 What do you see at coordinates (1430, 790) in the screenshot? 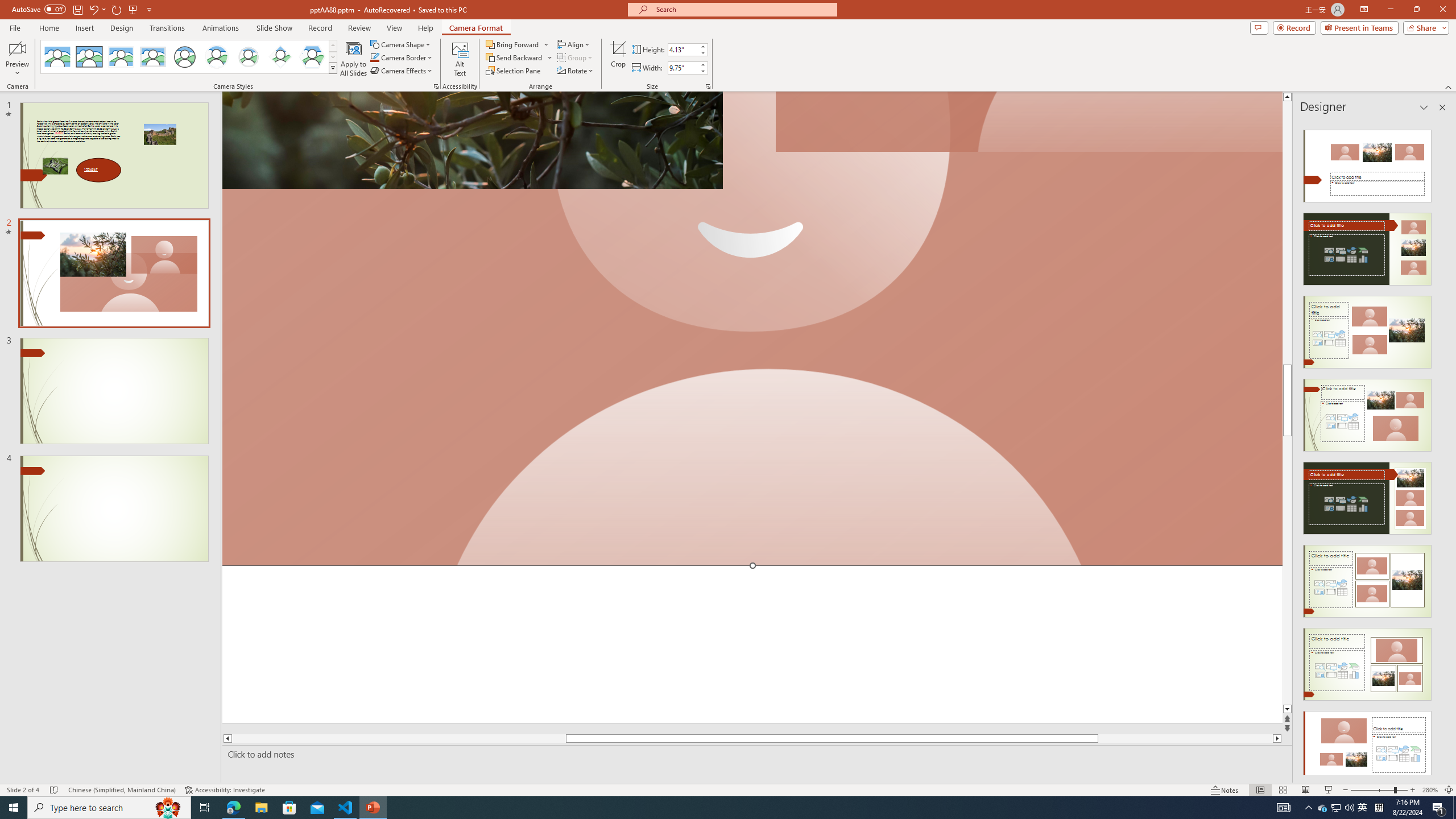
I see `'Zoom 280%'` at bounding box center [1430, 790].